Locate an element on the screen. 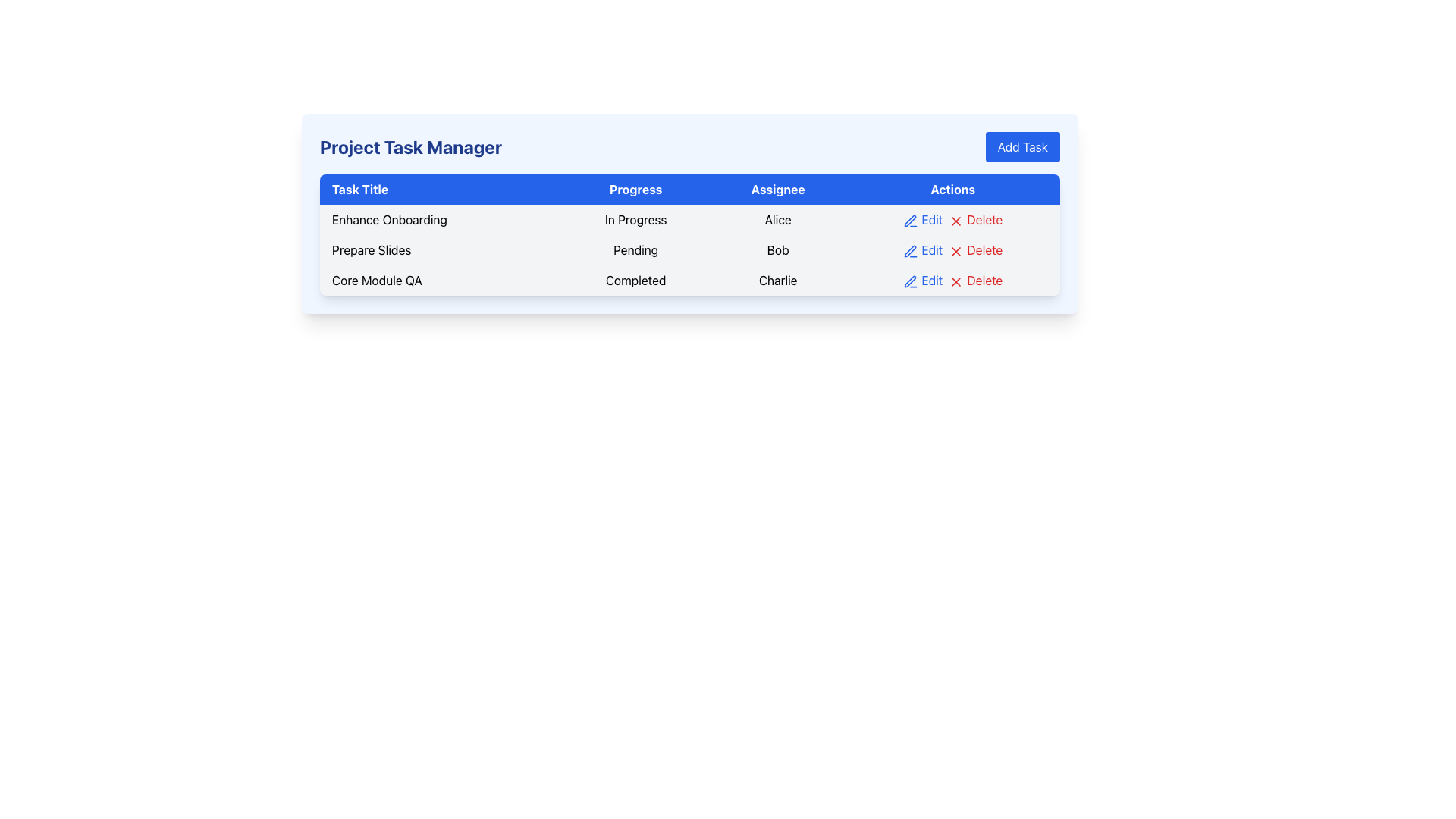 The image size is (1456, 819). the text label displaying 'Alice' in the 'Assignee' column for the 'Enhance Onboarding' task located in the task management table is located at coordinates (778, 219).